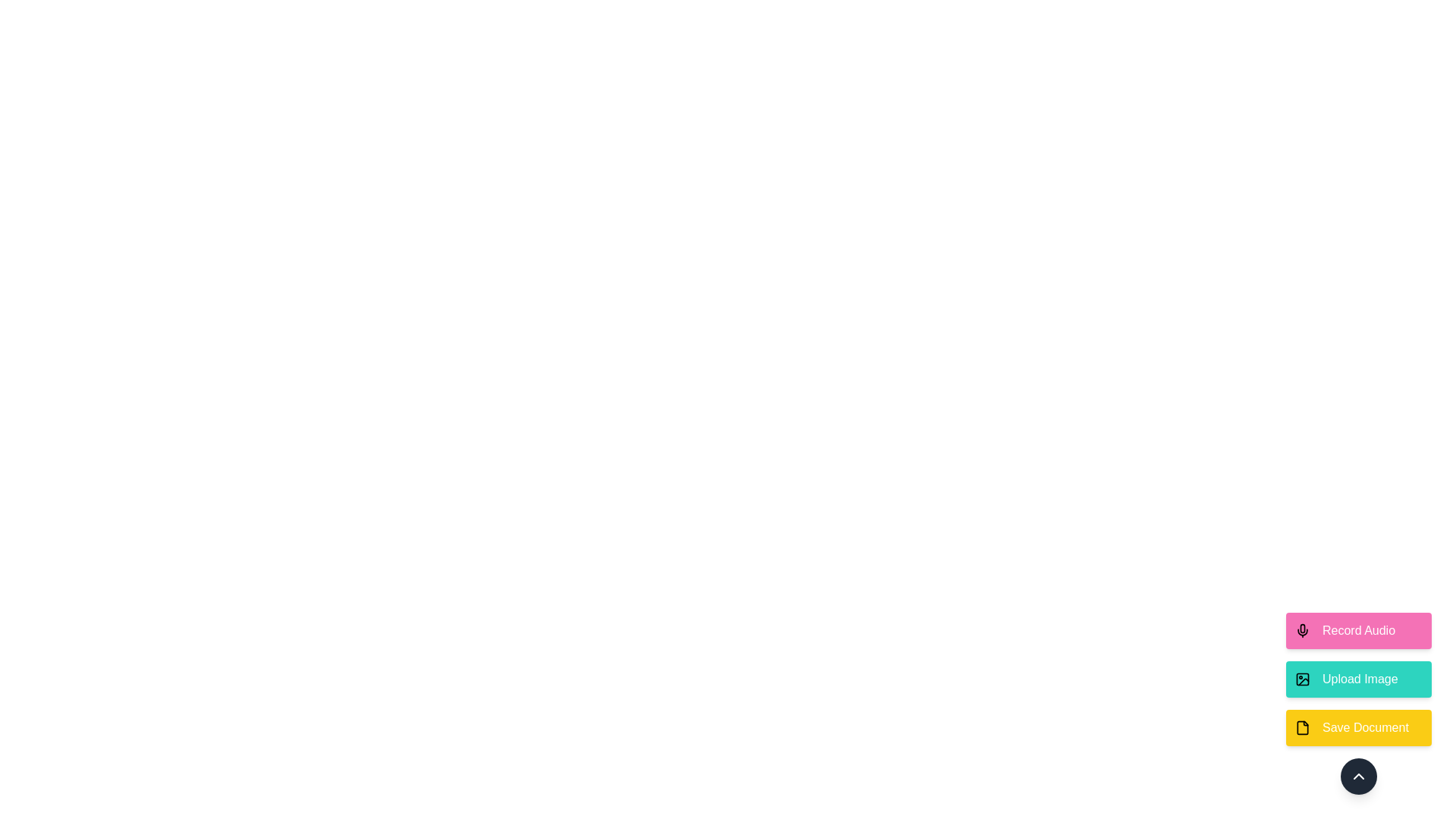  What do you see at coordinates (1358, 631) in the screenshot?
I see `the 'Record Audio' button to select the action` at bounding box center [1358, 631].